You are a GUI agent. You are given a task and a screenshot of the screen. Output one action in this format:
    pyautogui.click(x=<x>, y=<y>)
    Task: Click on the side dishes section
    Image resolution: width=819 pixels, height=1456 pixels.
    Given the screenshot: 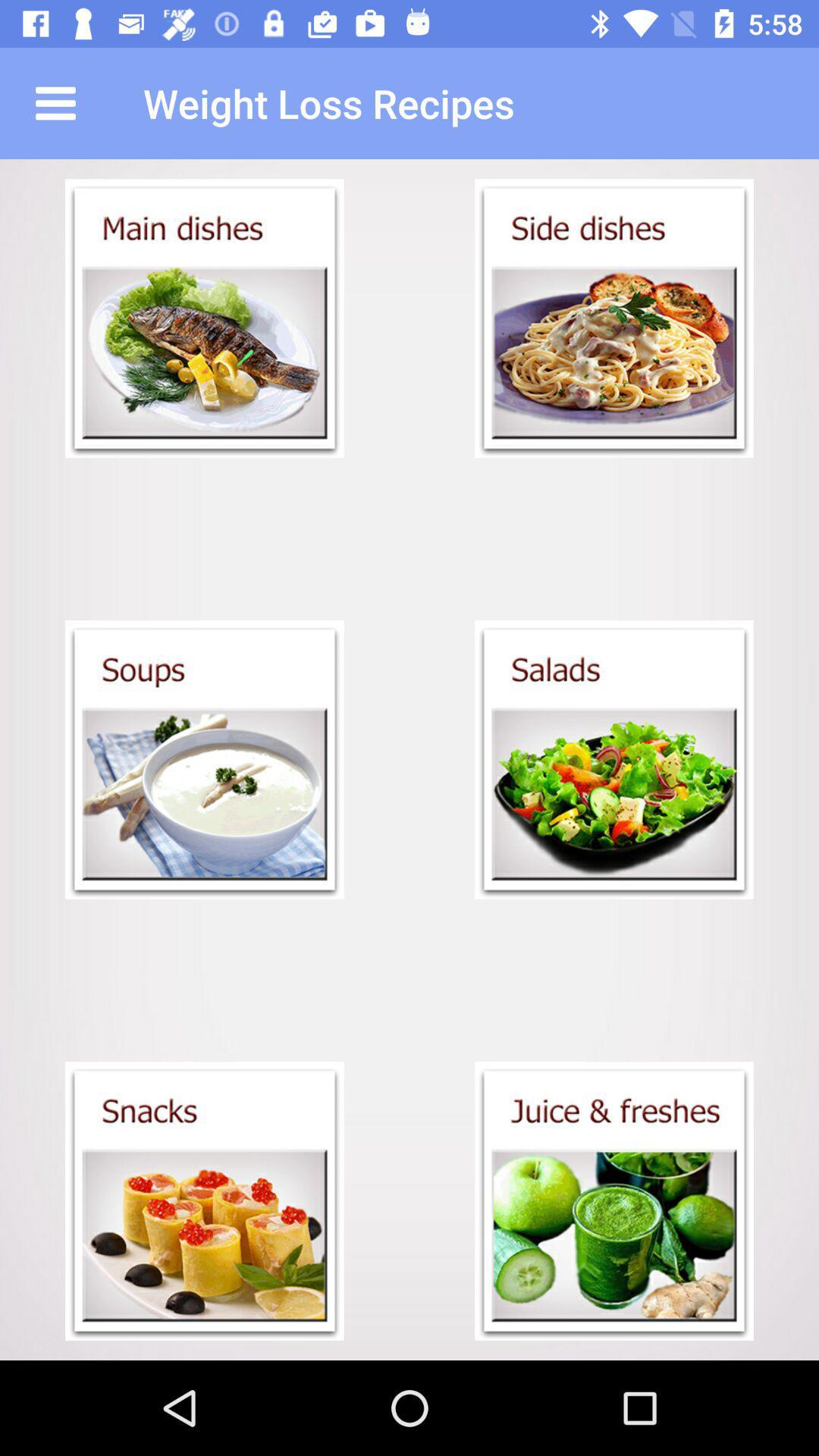 What is the action you would take?
    pyautogui.click(x=614, y=318)
    